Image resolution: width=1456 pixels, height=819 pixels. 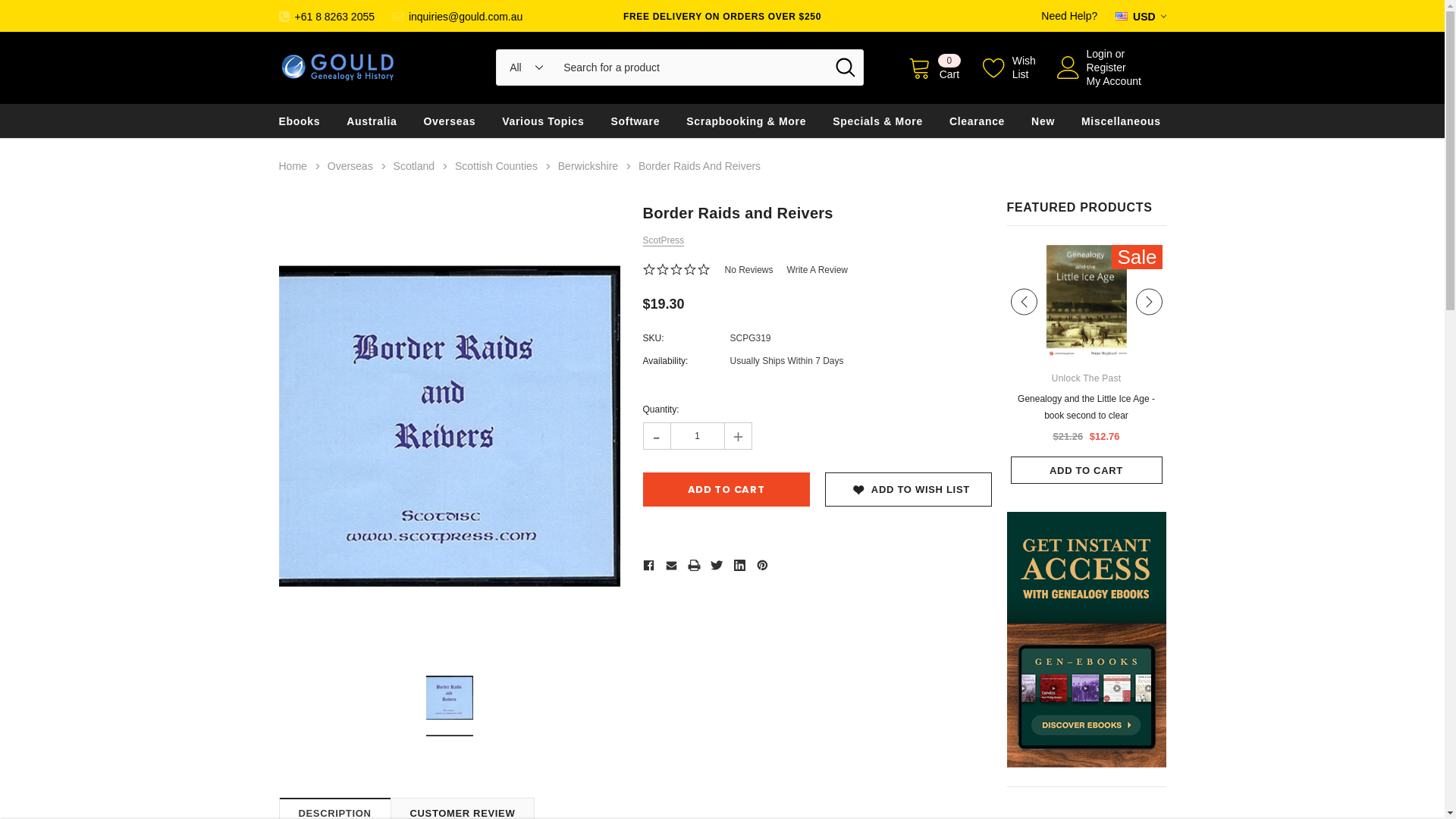 I want to click on 'Wish List', so click(x=1009, y=66).